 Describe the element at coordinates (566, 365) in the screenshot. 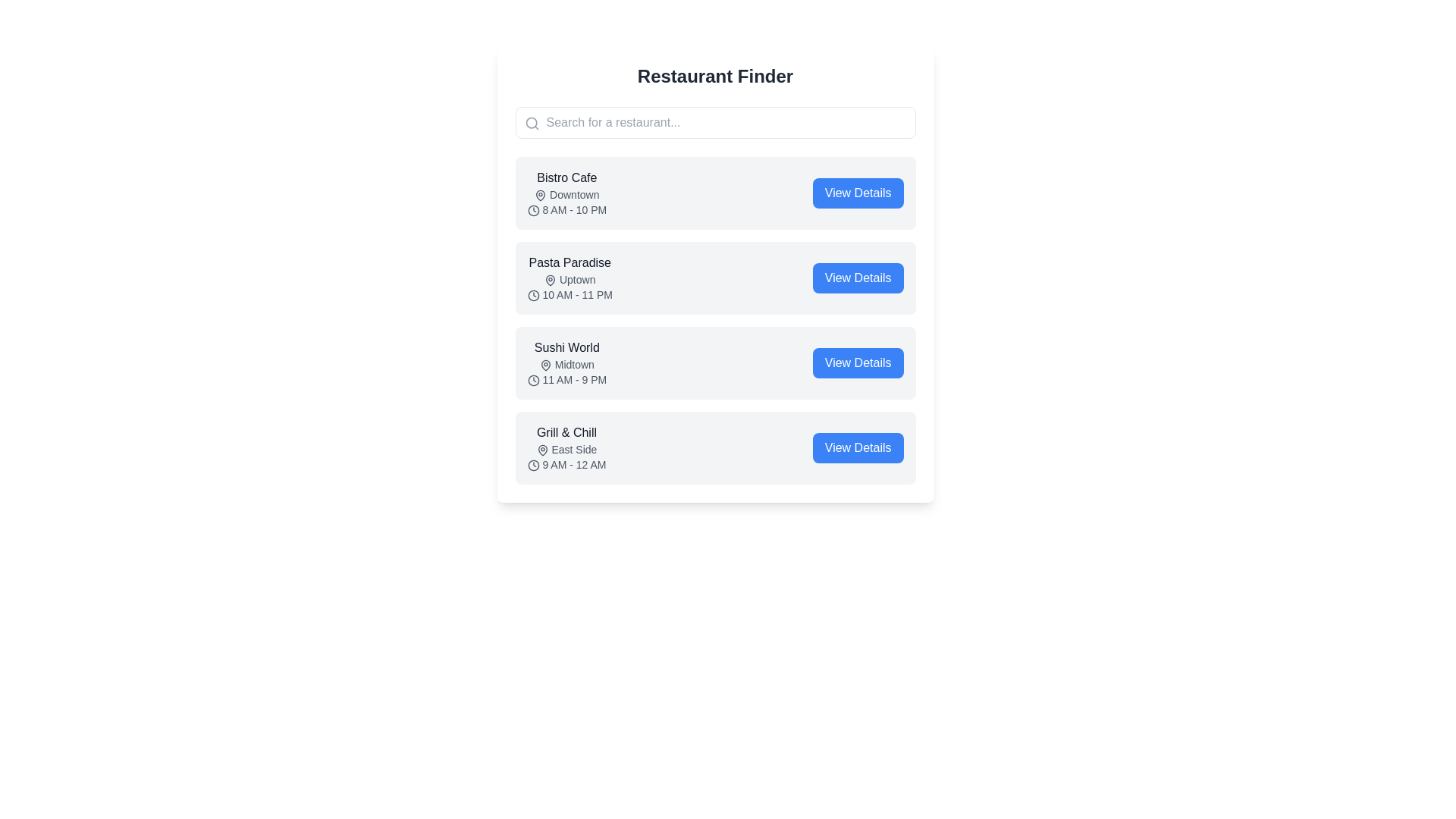

I see `location information text for 'Sushi World', which is the second line in the information panel and is located below the restaurant's name and above its operating hours, adjacent to the pin icon` at that location.